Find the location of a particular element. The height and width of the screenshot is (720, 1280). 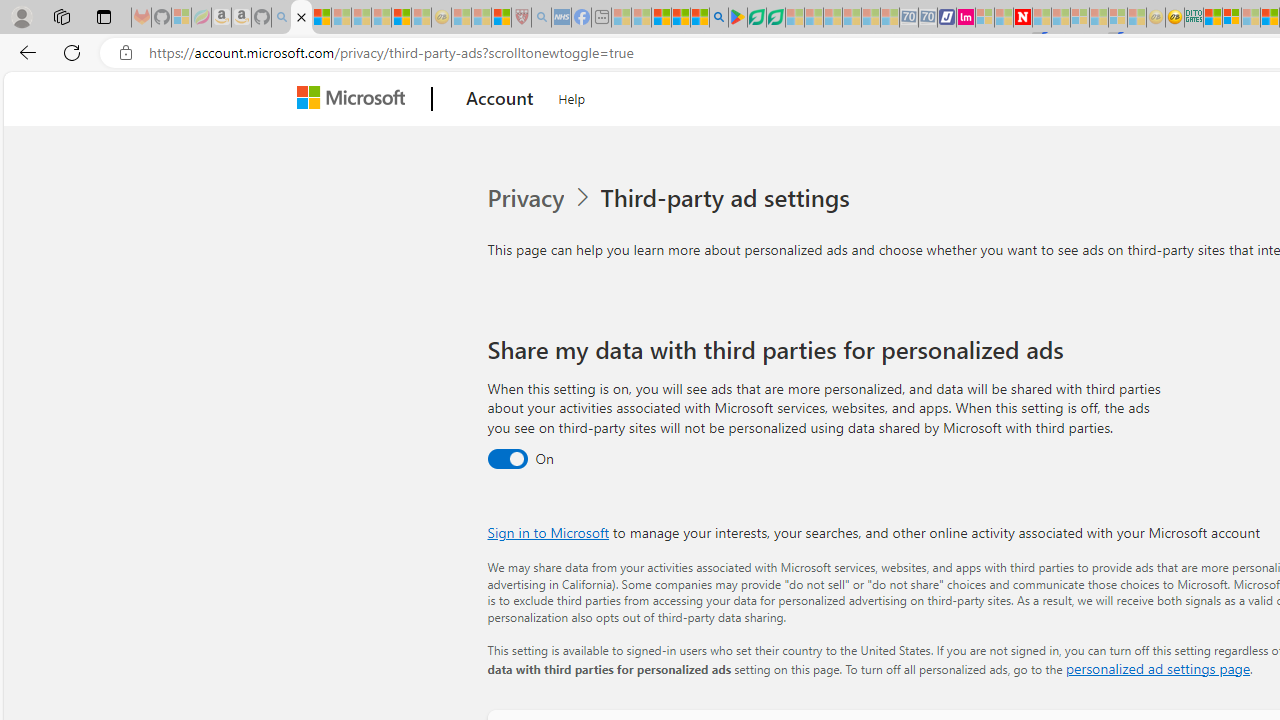

'Third party data sharing toggle' is located at coordinates (506, 459).